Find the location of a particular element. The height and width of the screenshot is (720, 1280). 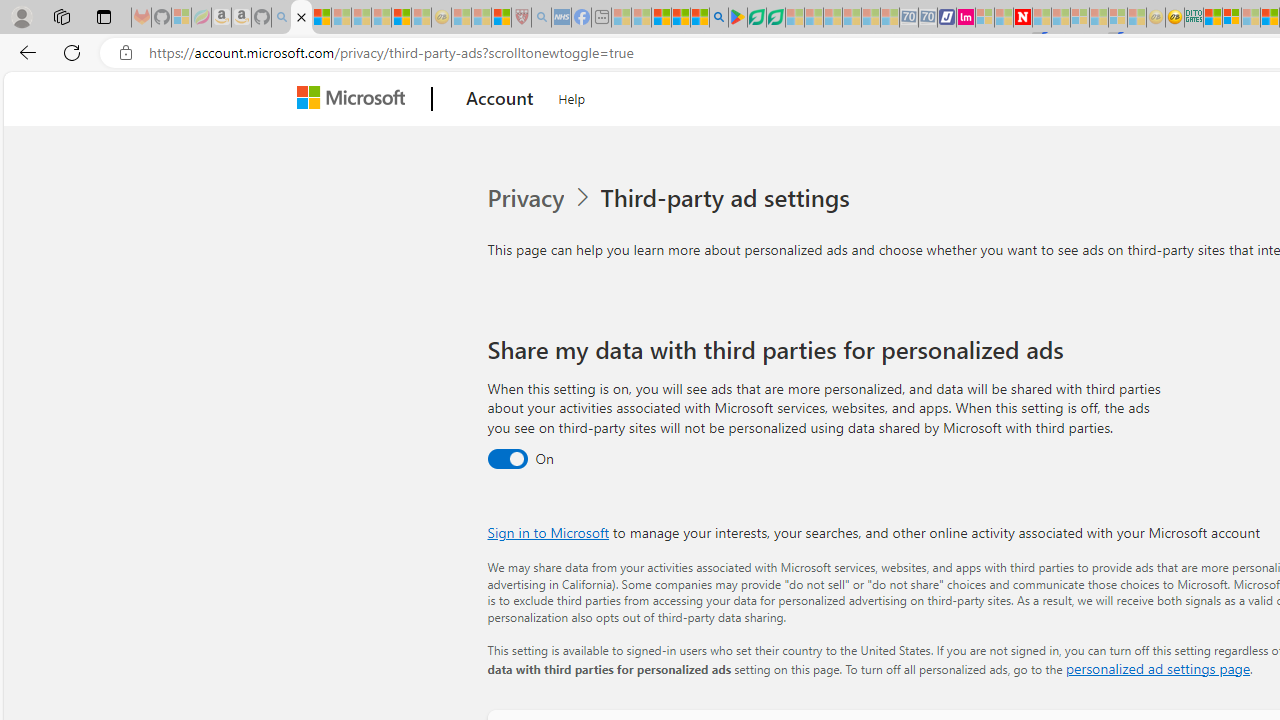

'Third party data sharing toggle' is located at coordinates (506, 459).